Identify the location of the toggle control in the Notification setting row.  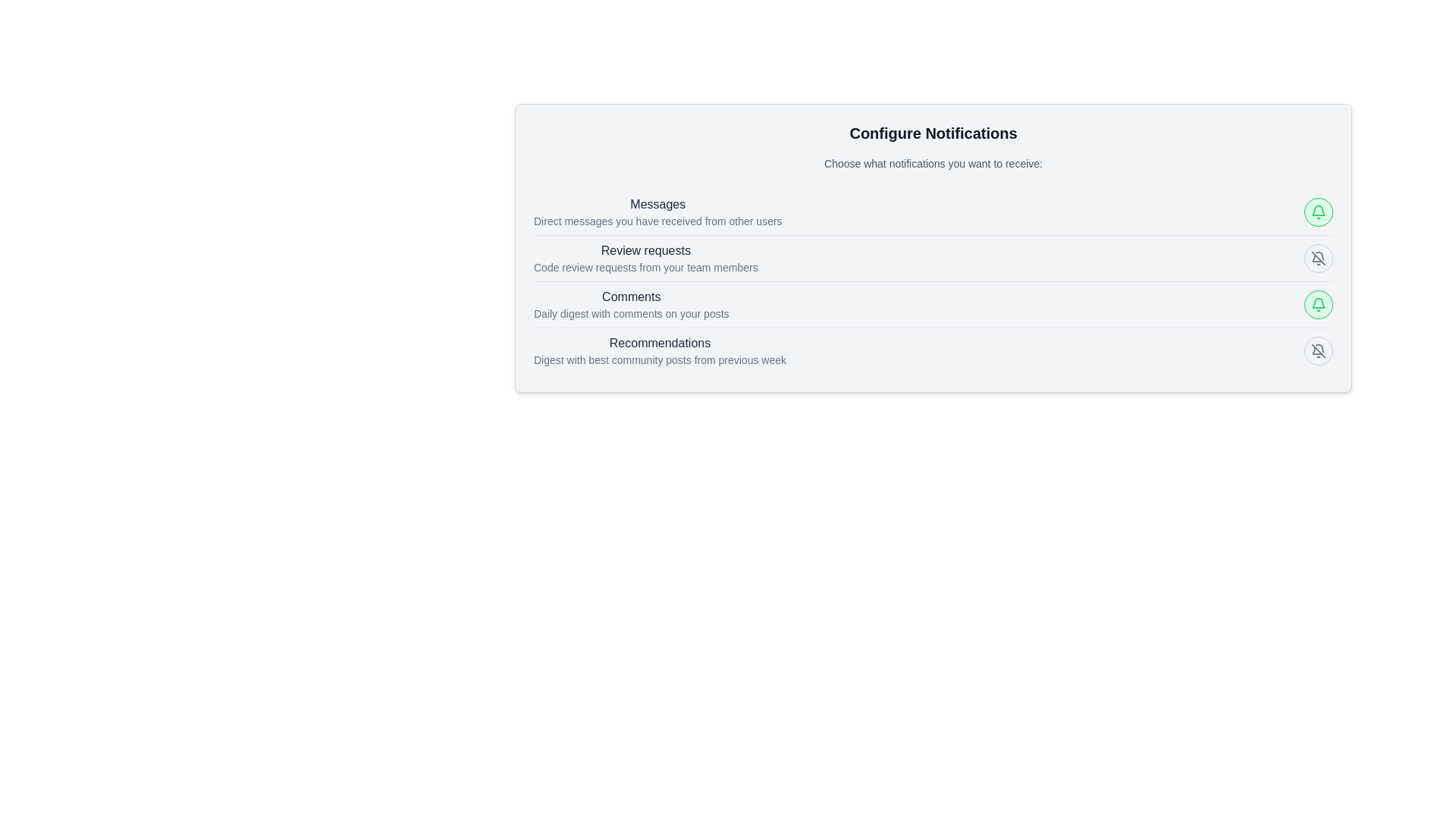
(932, 305).